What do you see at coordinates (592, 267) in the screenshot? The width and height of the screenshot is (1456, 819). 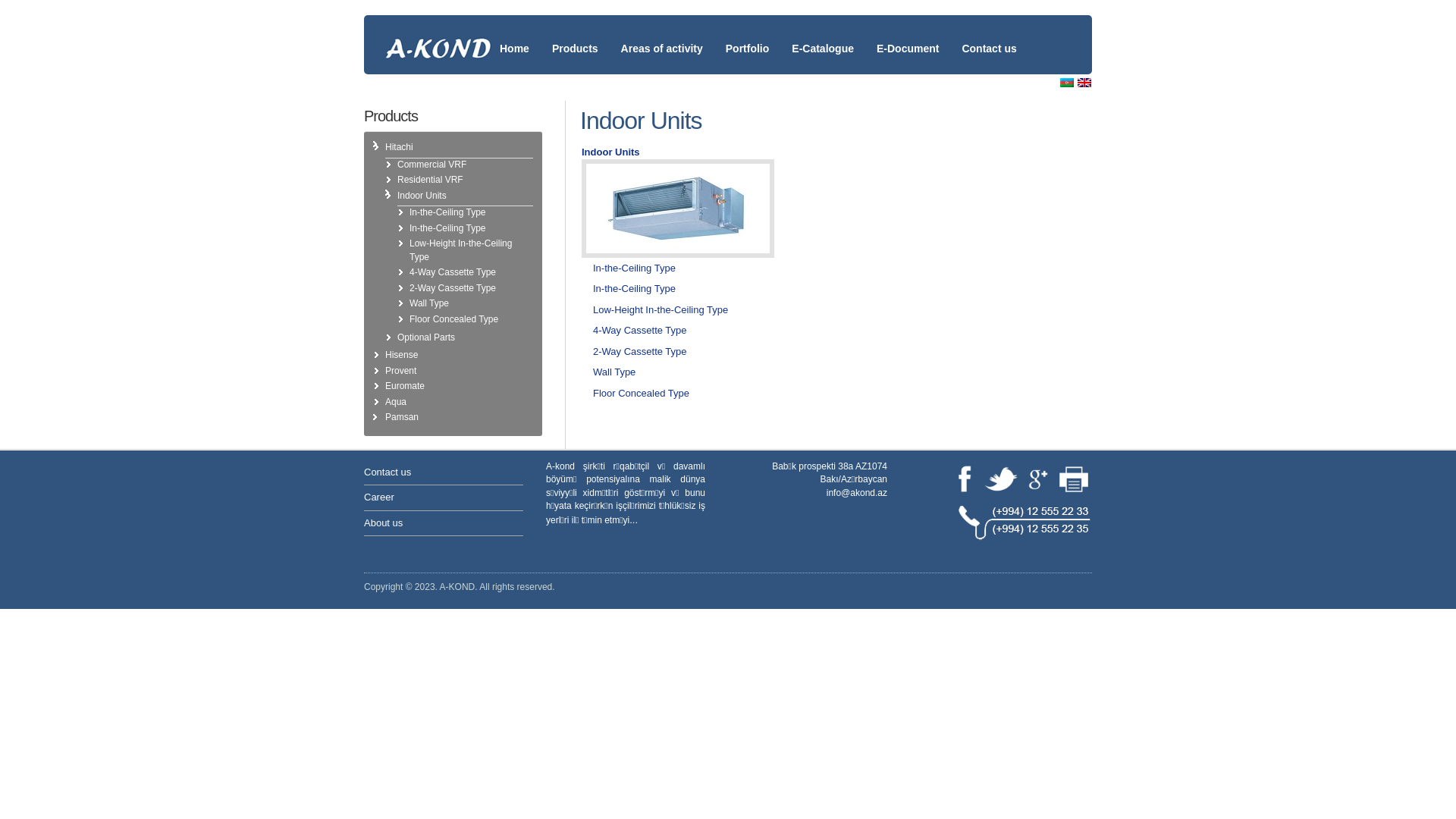 I see `'In-the-Ceiling Type'` at bounding box center [592, 267].